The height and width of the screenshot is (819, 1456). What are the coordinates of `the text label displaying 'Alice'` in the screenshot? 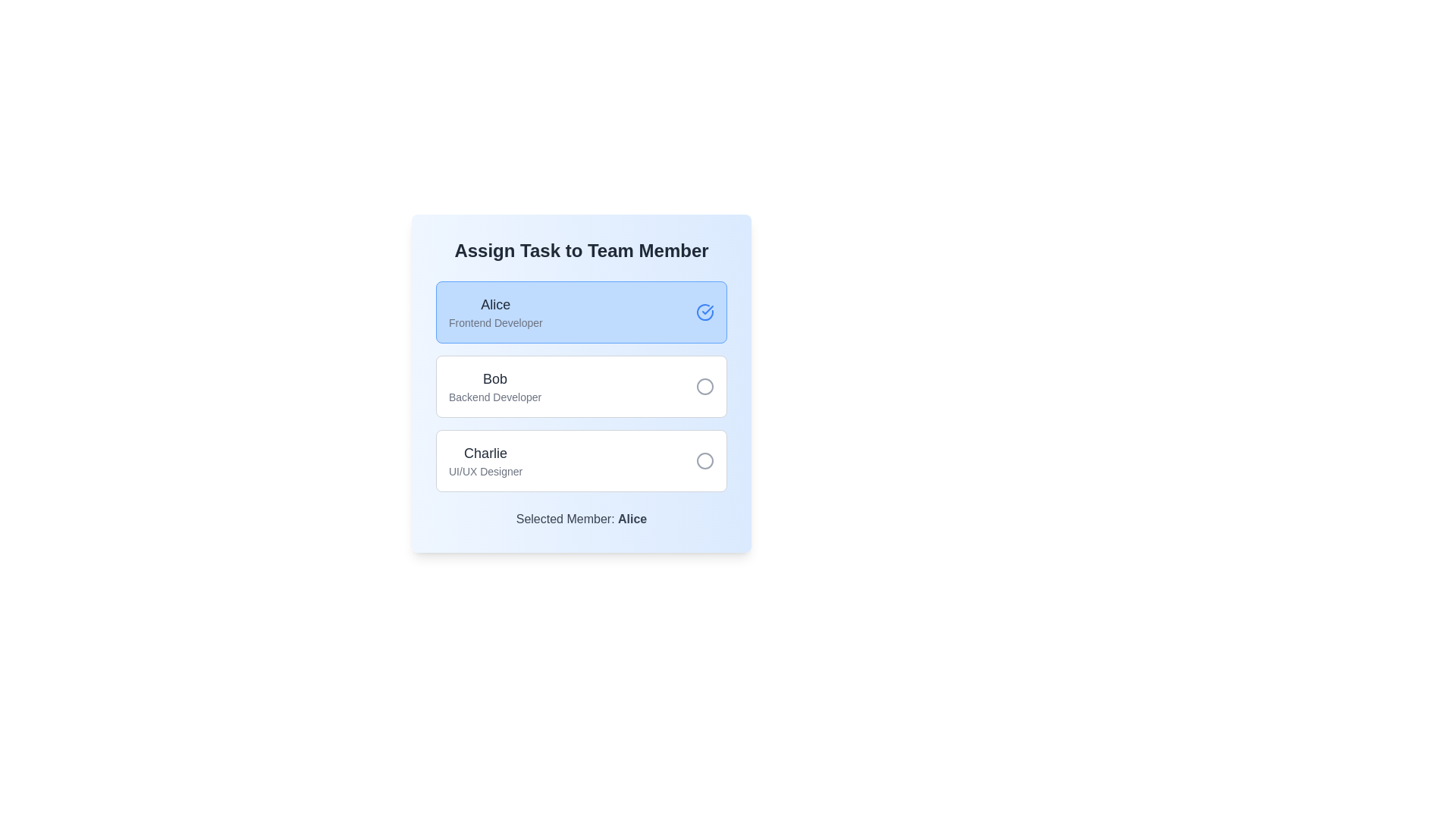 It's located at (495, 304).